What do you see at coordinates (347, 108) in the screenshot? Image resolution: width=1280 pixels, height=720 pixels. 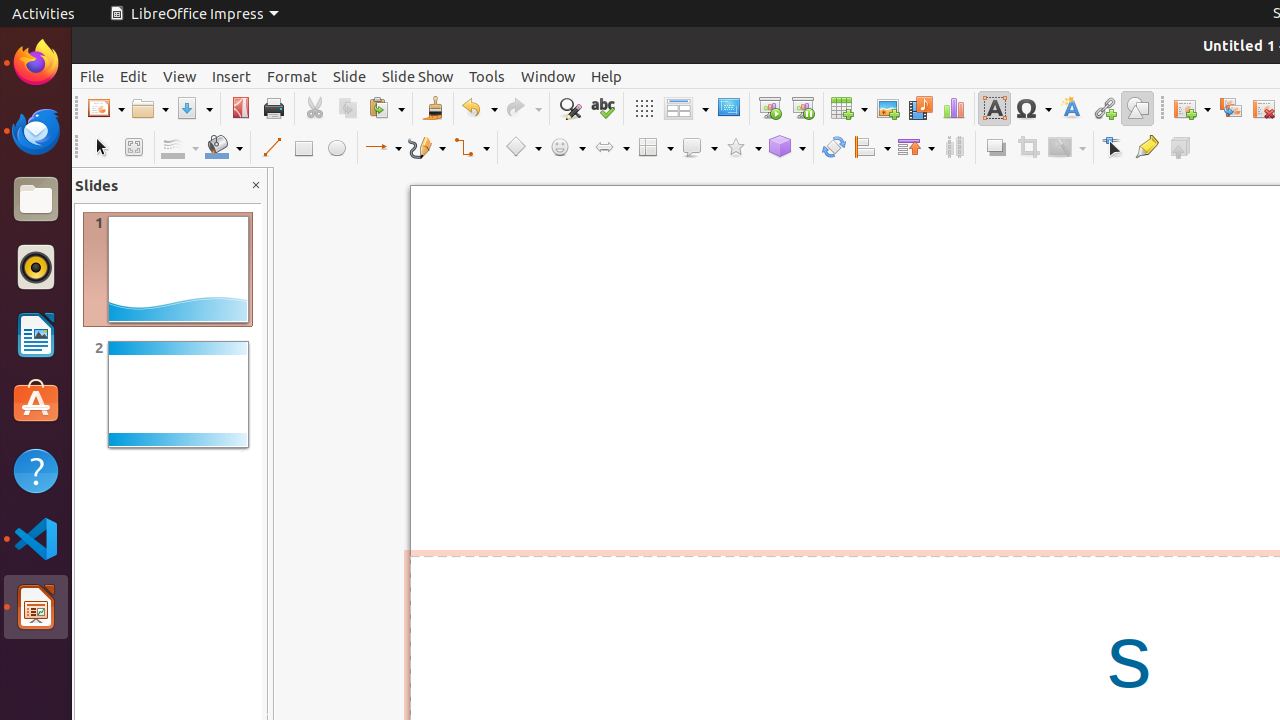 I see `'Copy'` at bounding box center [347, 108].